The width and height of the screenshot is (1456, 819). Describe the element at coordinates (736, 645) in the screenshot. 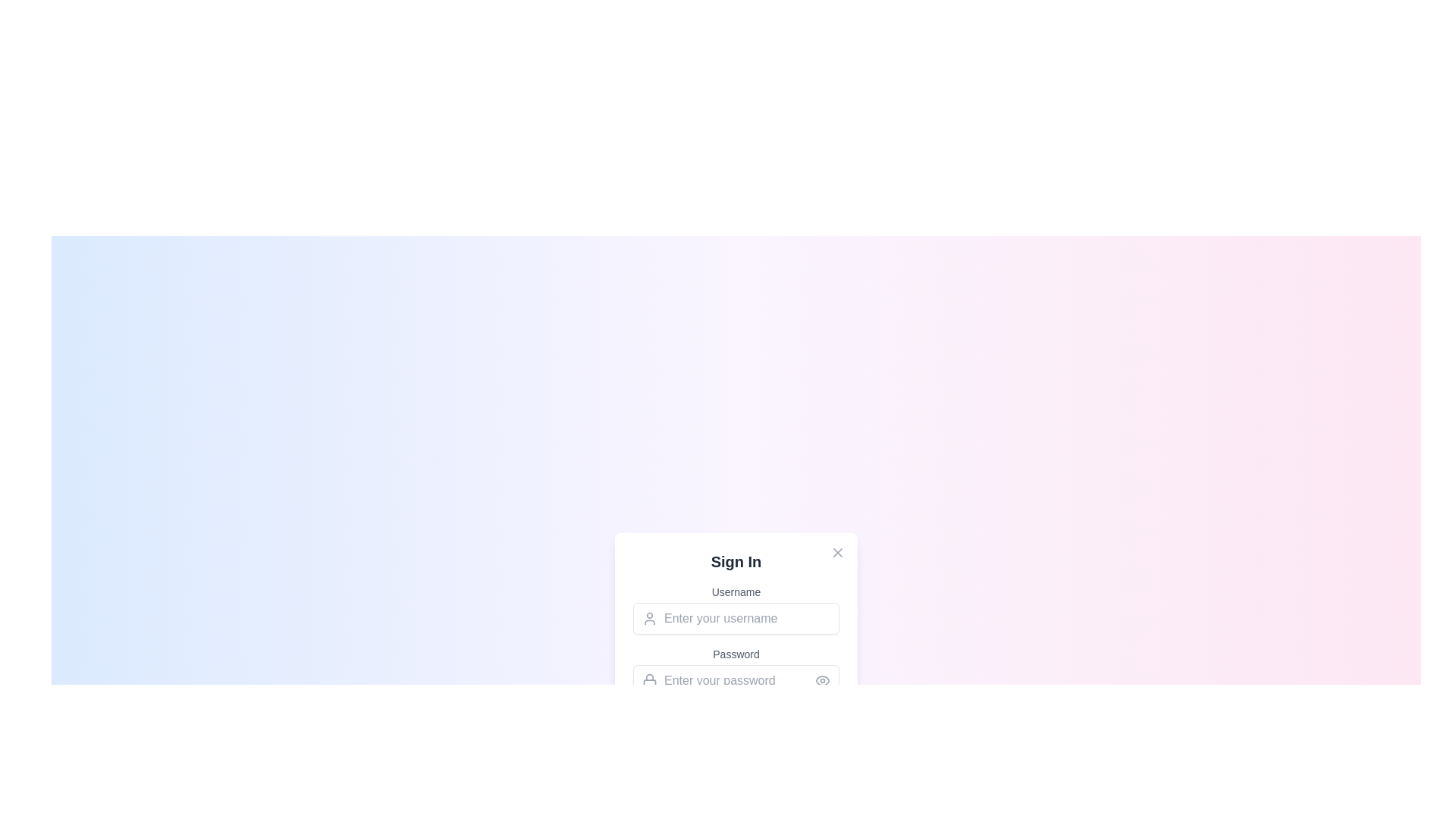

I see `the 'Password' label, which displays small gray text and is positioned above the password input field in the sign-in form` at that location.